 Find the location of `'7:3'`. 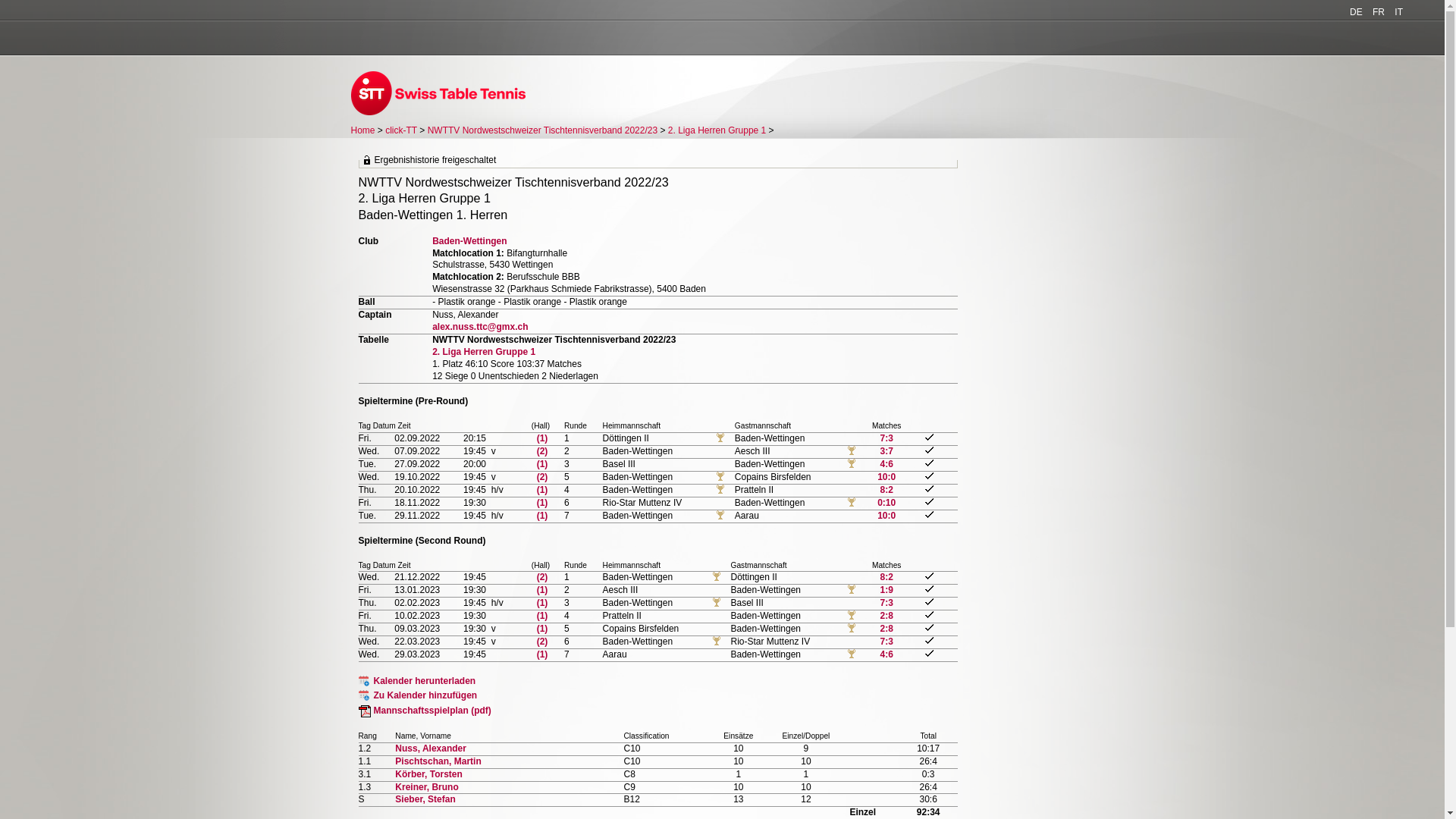

'7:3' is located at coordinates (886, 438).